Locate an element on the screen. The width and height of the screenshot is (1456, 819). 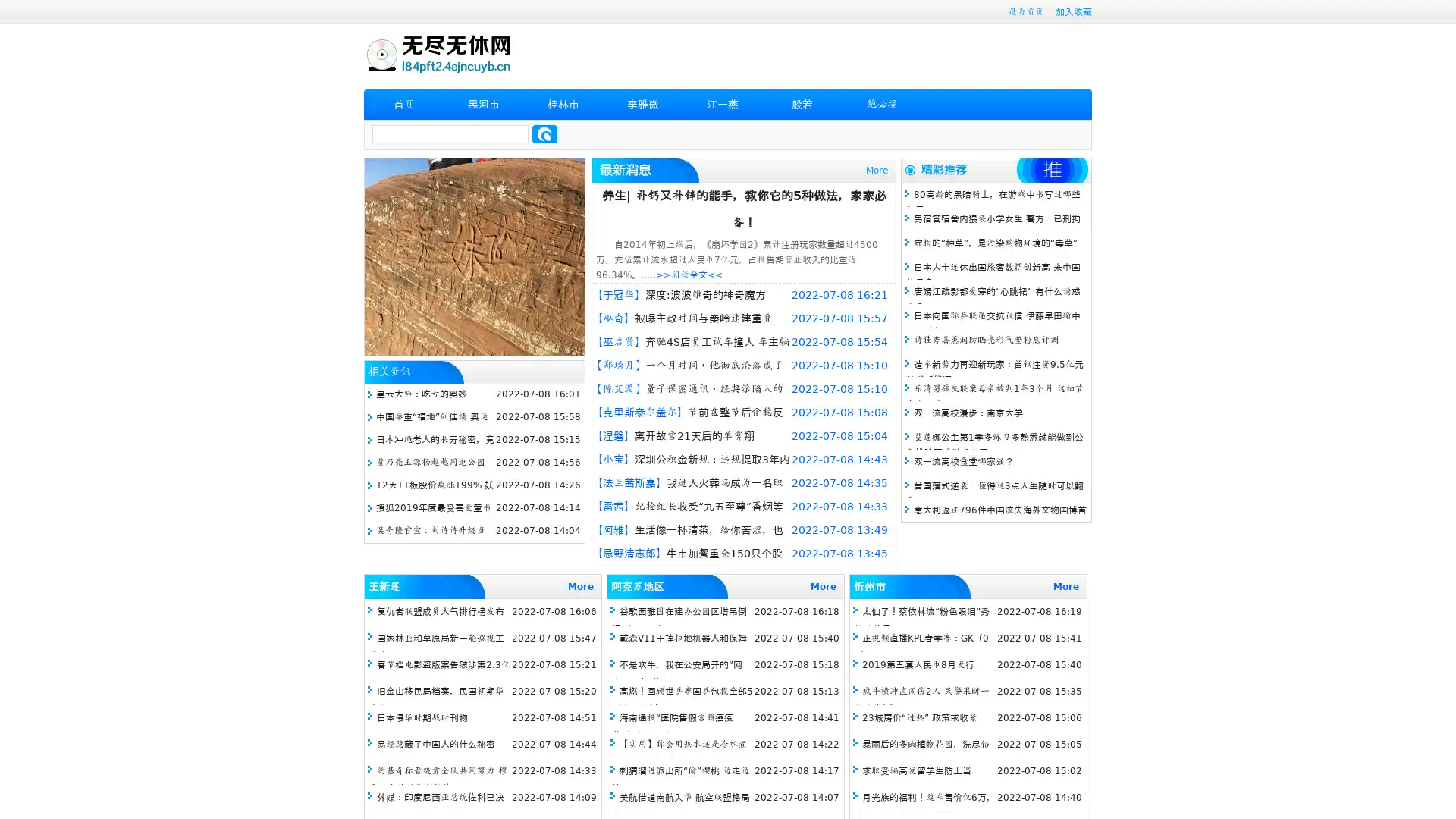
Search is located at coordinates (544, 133).